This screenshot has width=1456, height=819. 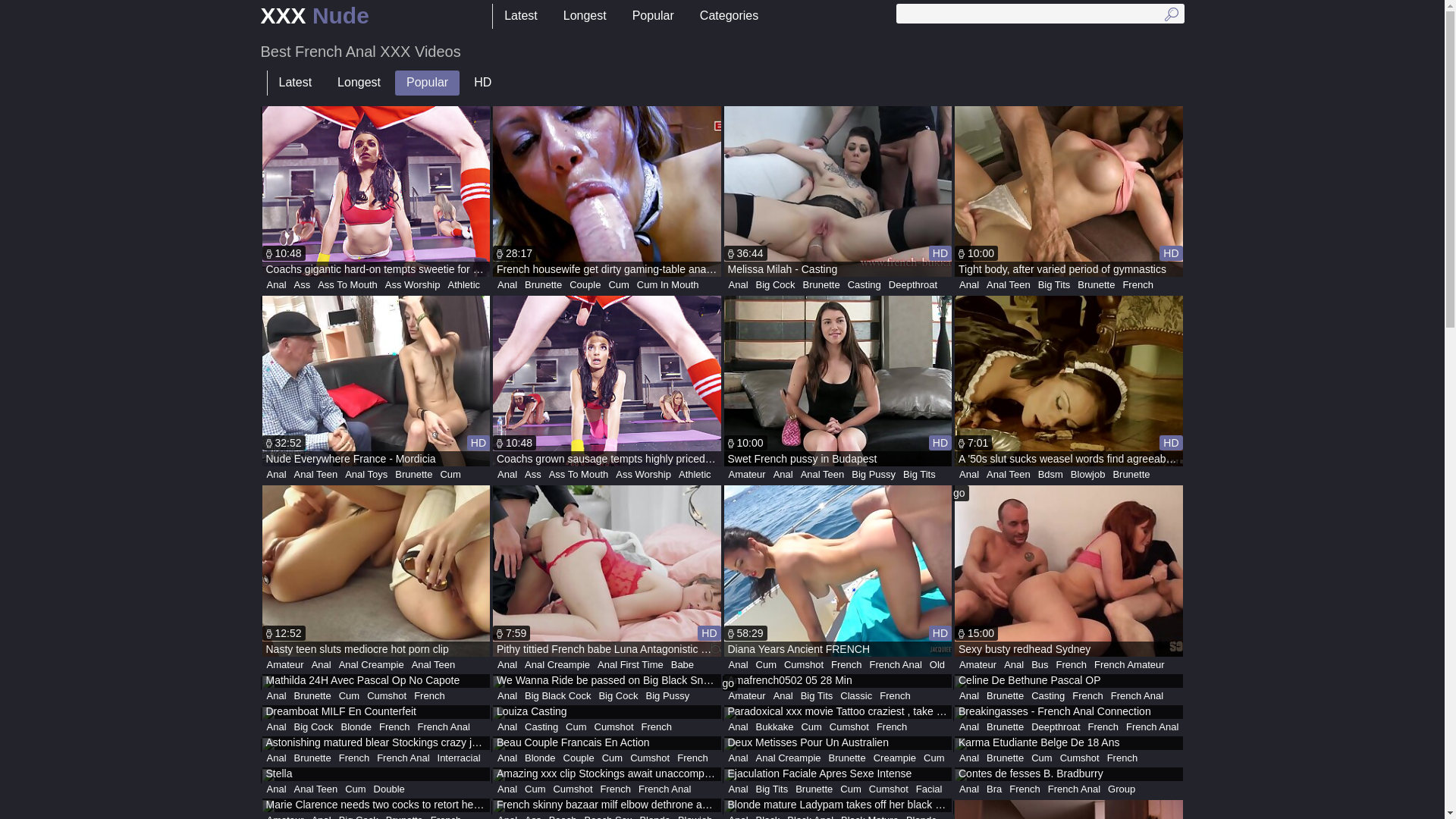 What do you see at coordinates (557, 696) in the screenshot?
I see `'Big Black Cock'` at bounding box center [557, 696].